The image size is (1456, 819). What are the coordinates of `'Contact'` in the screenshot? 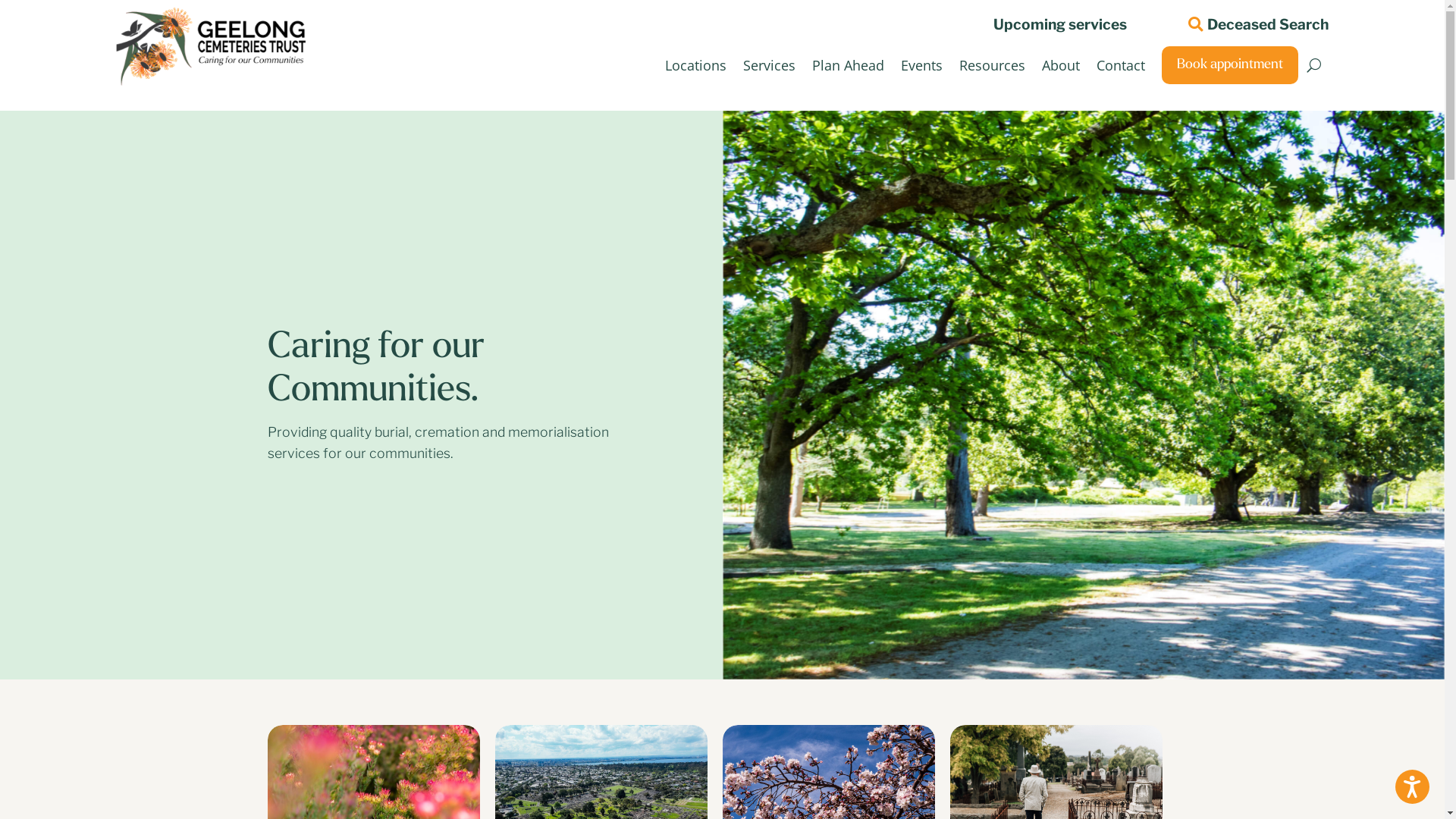 It's located at (1121, 64).